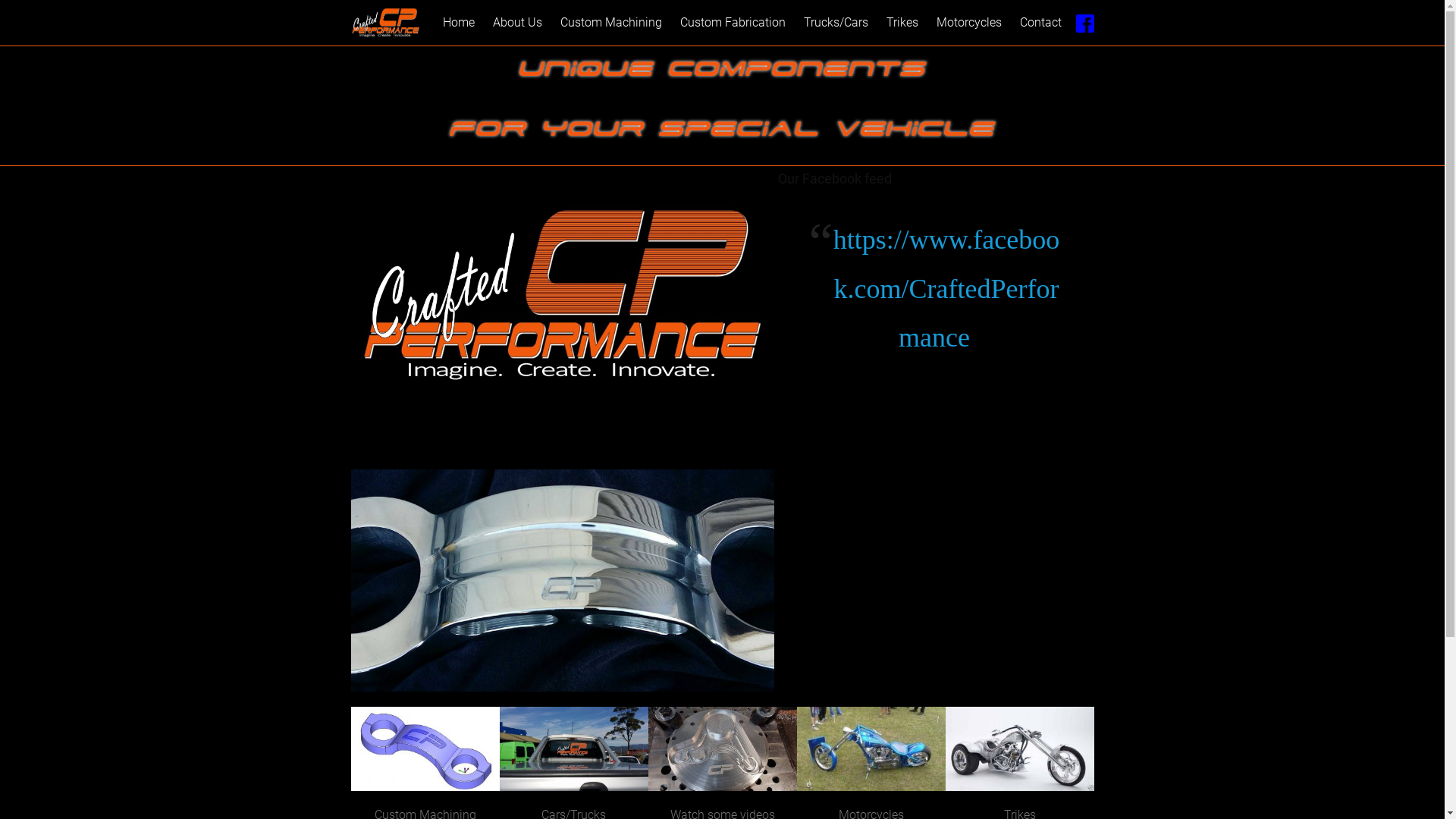  I want to click on 'Trucks/Cars', so click(795, 23).